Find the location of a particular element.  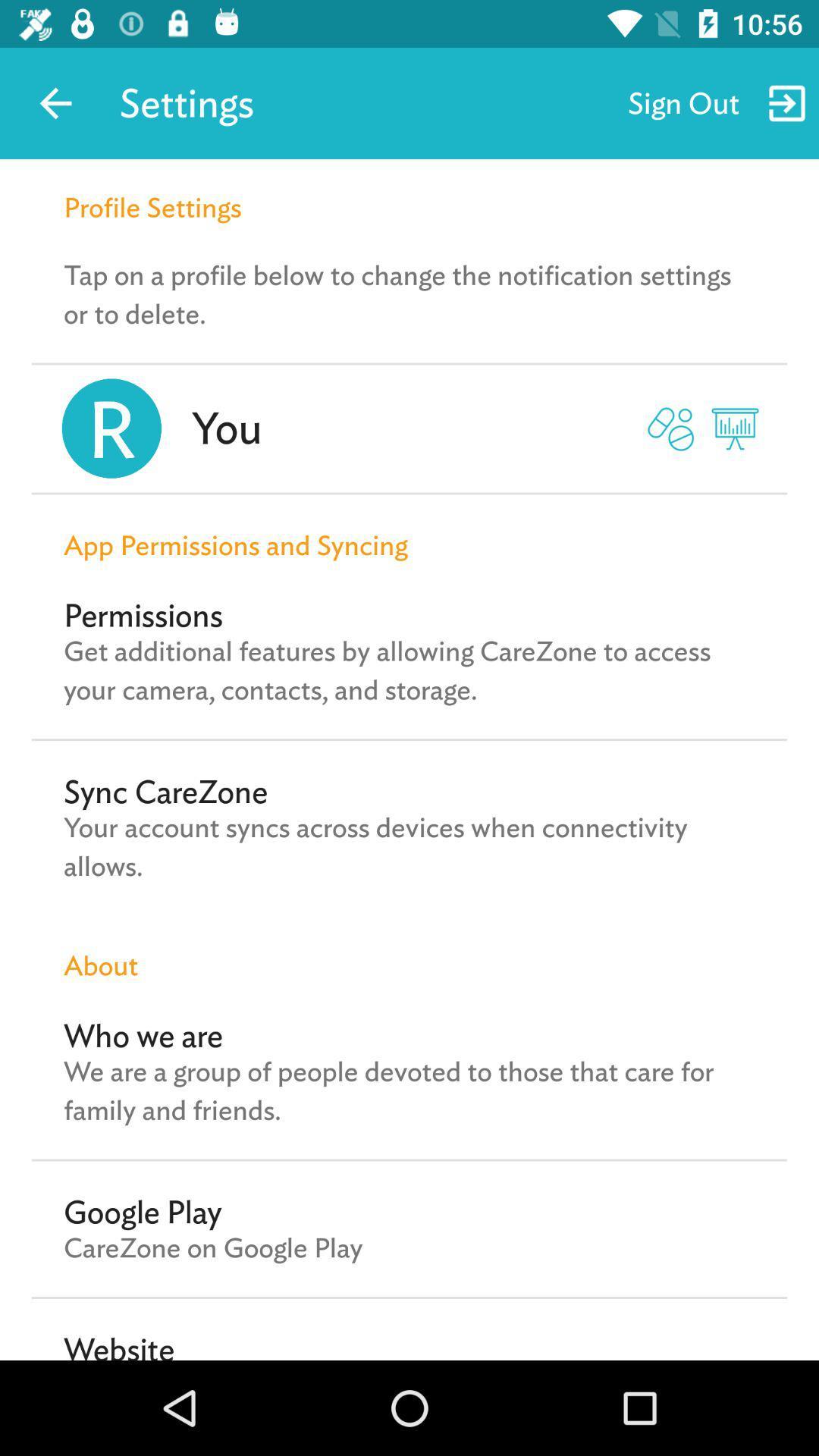

icon above your account syncs item is located at coordinates (165, 791).